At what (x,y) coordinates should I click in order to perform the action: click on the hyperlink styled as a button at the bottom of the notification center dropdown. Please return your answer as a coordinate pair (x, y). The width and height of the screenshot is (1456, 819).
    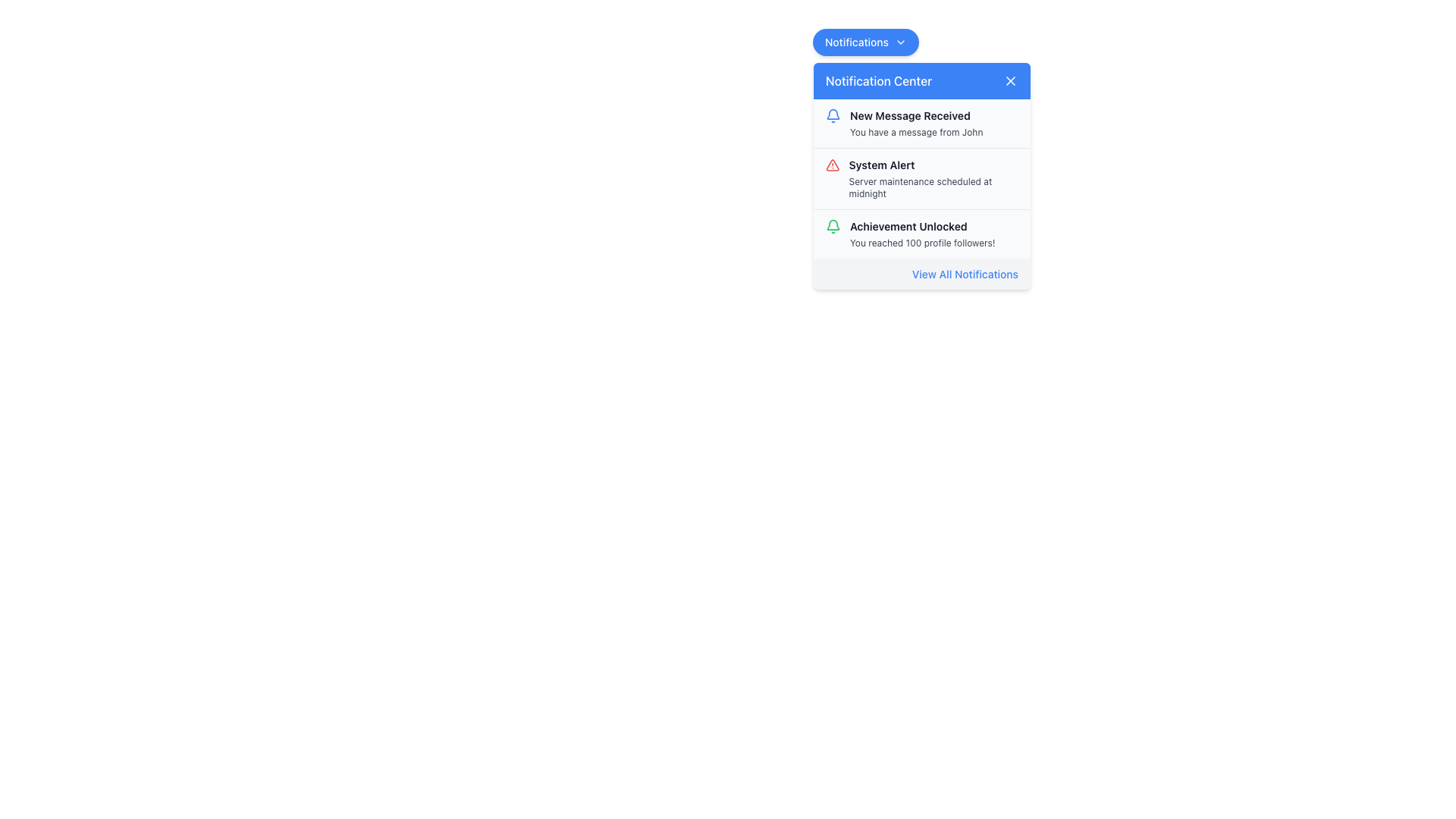
    Looking at the image, I should click on (921, 274).